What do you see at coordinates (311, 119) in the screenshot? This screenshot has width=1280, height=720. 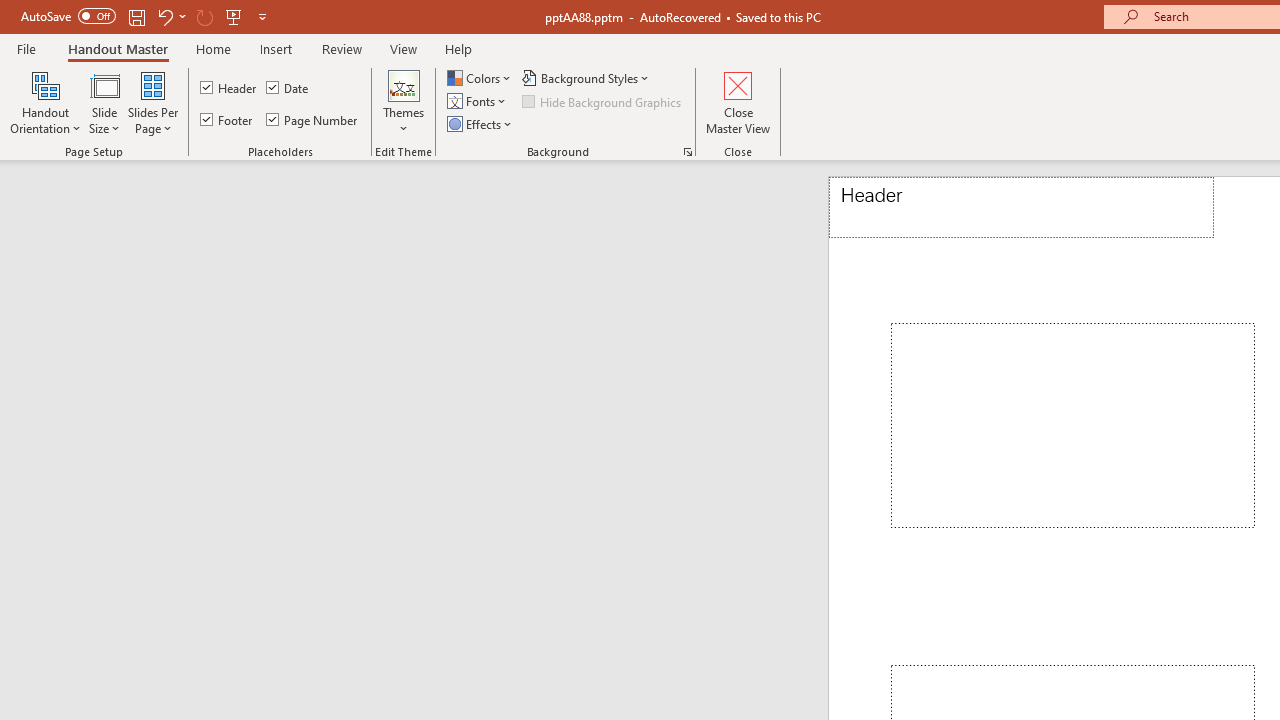 I see `'Page Number'` at bounding box center [311, 119].